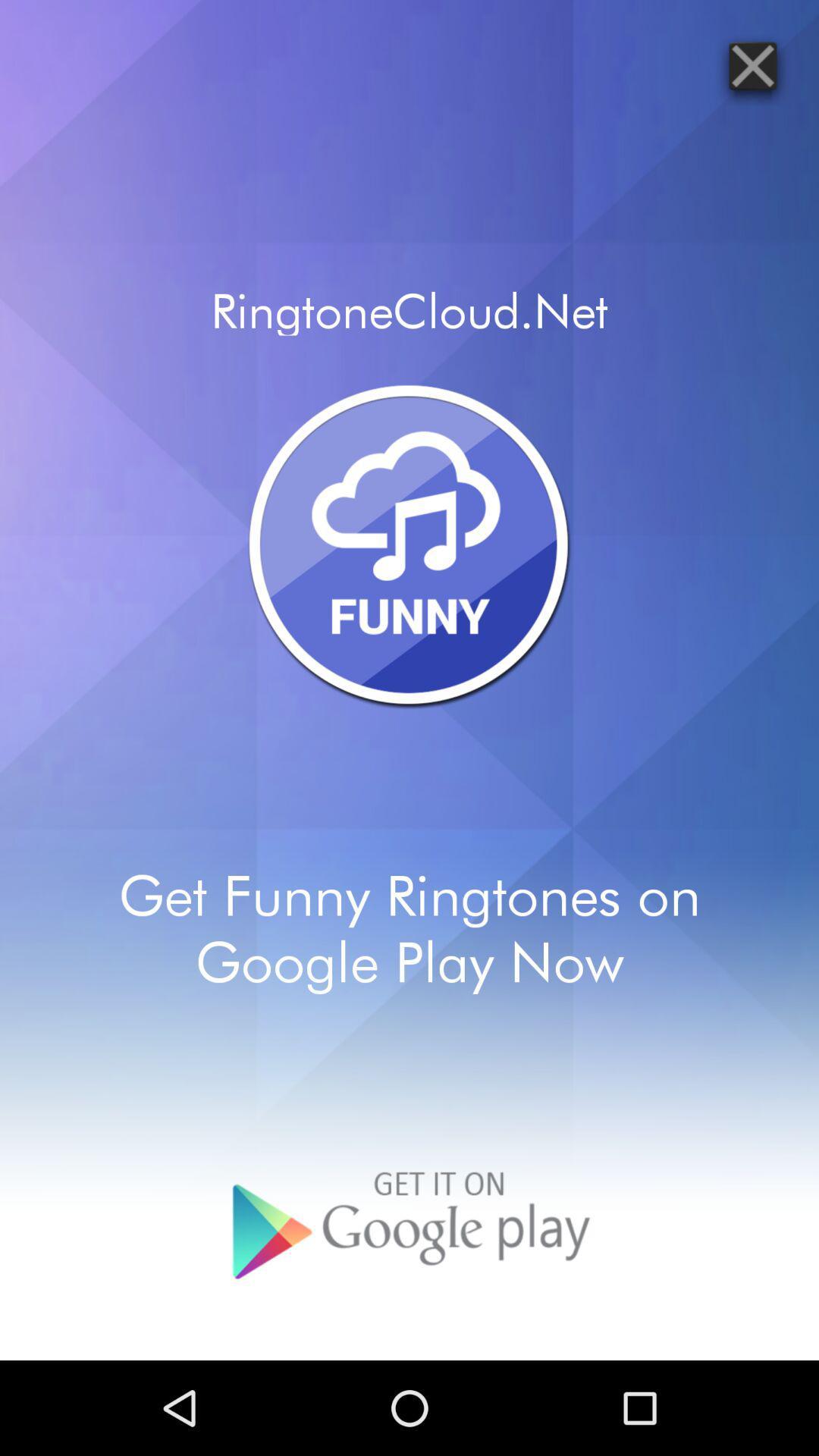  What do you see at coordinates (752, 64) in the screenshot?
I see `icon at the top right corner` at bounding box center [752, 64].